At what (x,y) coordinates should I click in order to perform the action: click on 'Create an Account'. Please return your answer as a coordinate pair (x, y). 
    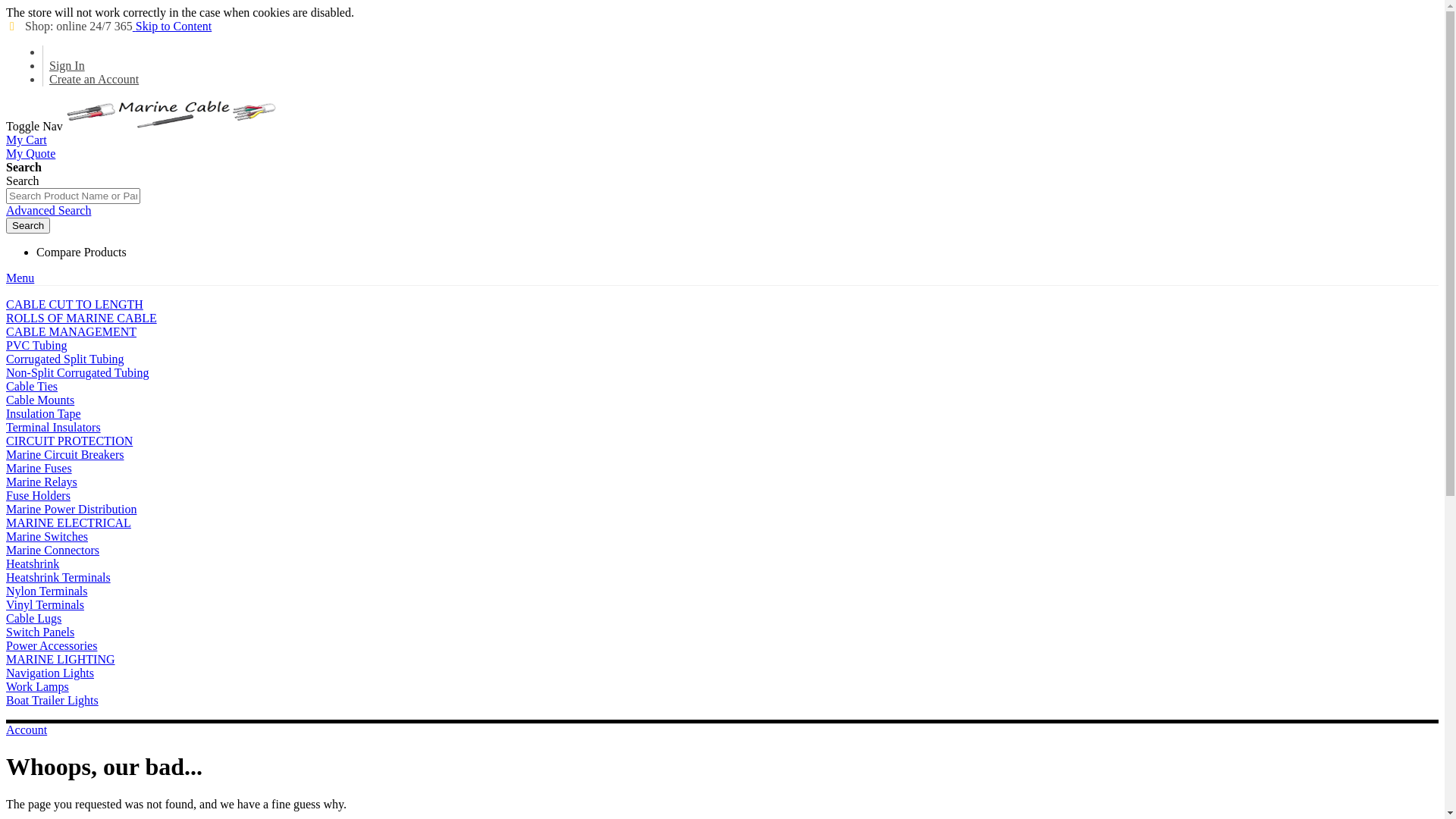
    Looking at the image, I should click on (93, 79).